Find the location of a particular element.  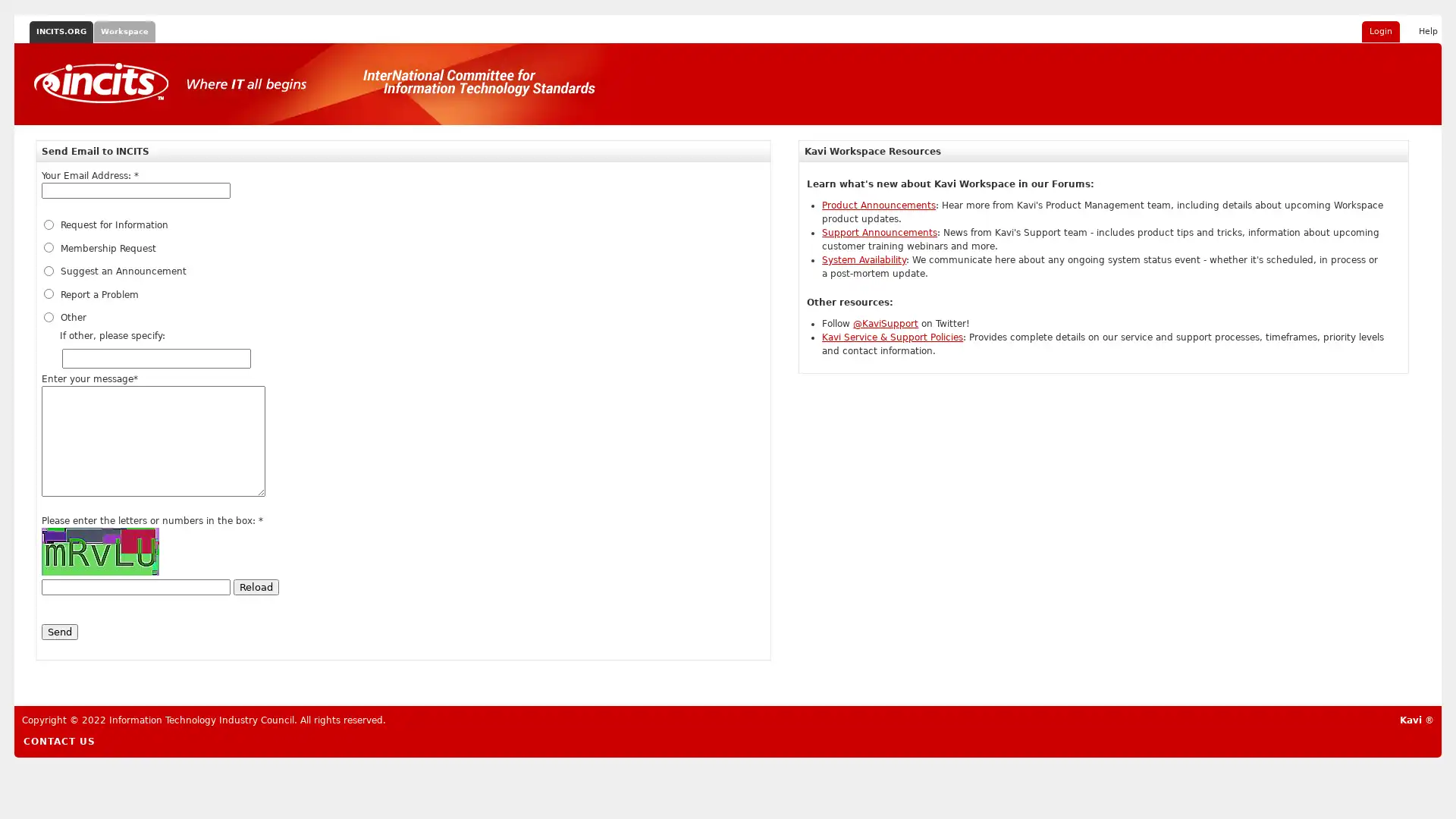

Reload is located at coordinates (256, 586).